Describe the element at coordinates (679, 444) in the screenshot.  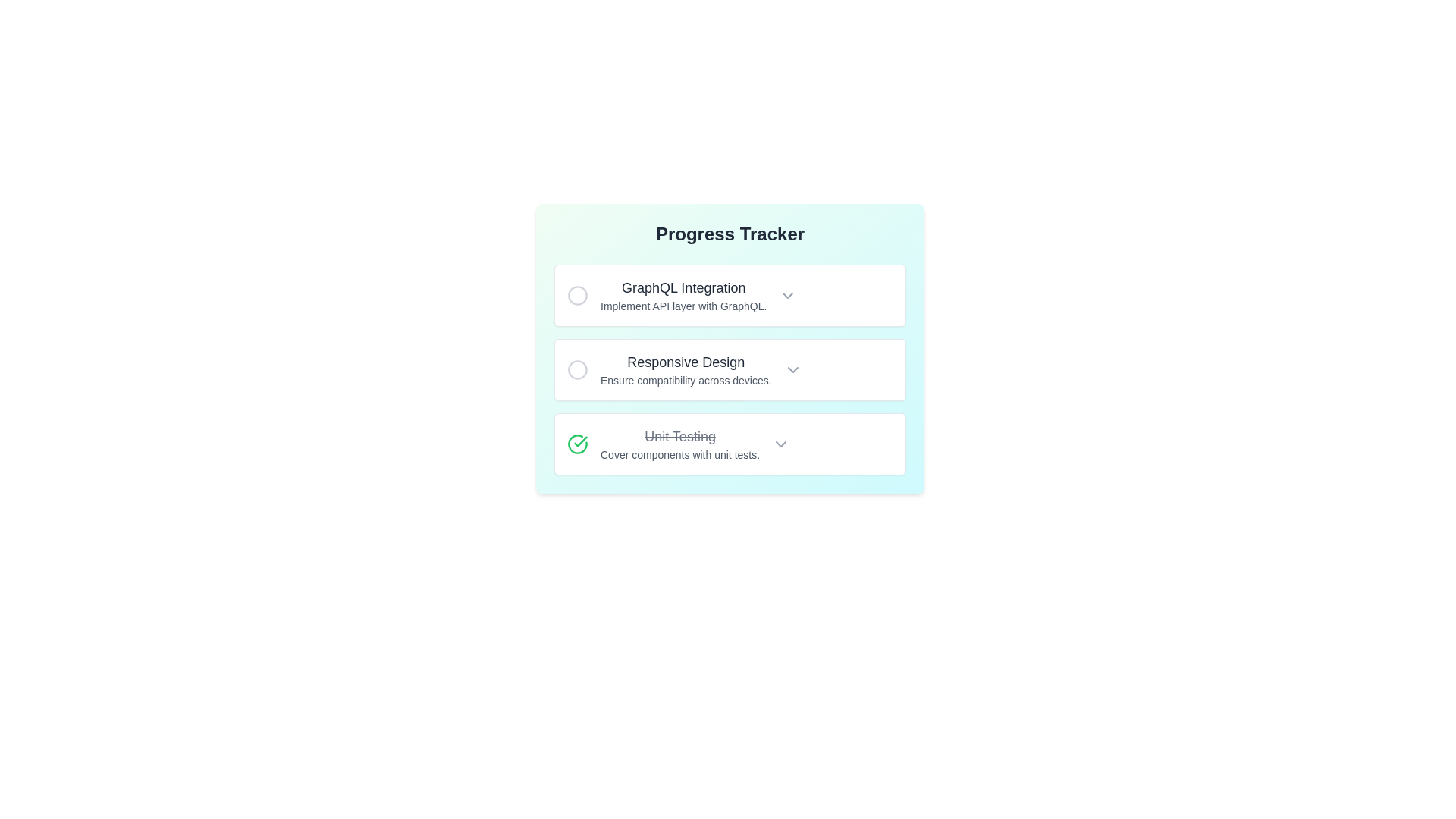
I see `the completed task text and label component in the progress tracker, which is the third task in the list and has a checkmark icon to its left` at that location.